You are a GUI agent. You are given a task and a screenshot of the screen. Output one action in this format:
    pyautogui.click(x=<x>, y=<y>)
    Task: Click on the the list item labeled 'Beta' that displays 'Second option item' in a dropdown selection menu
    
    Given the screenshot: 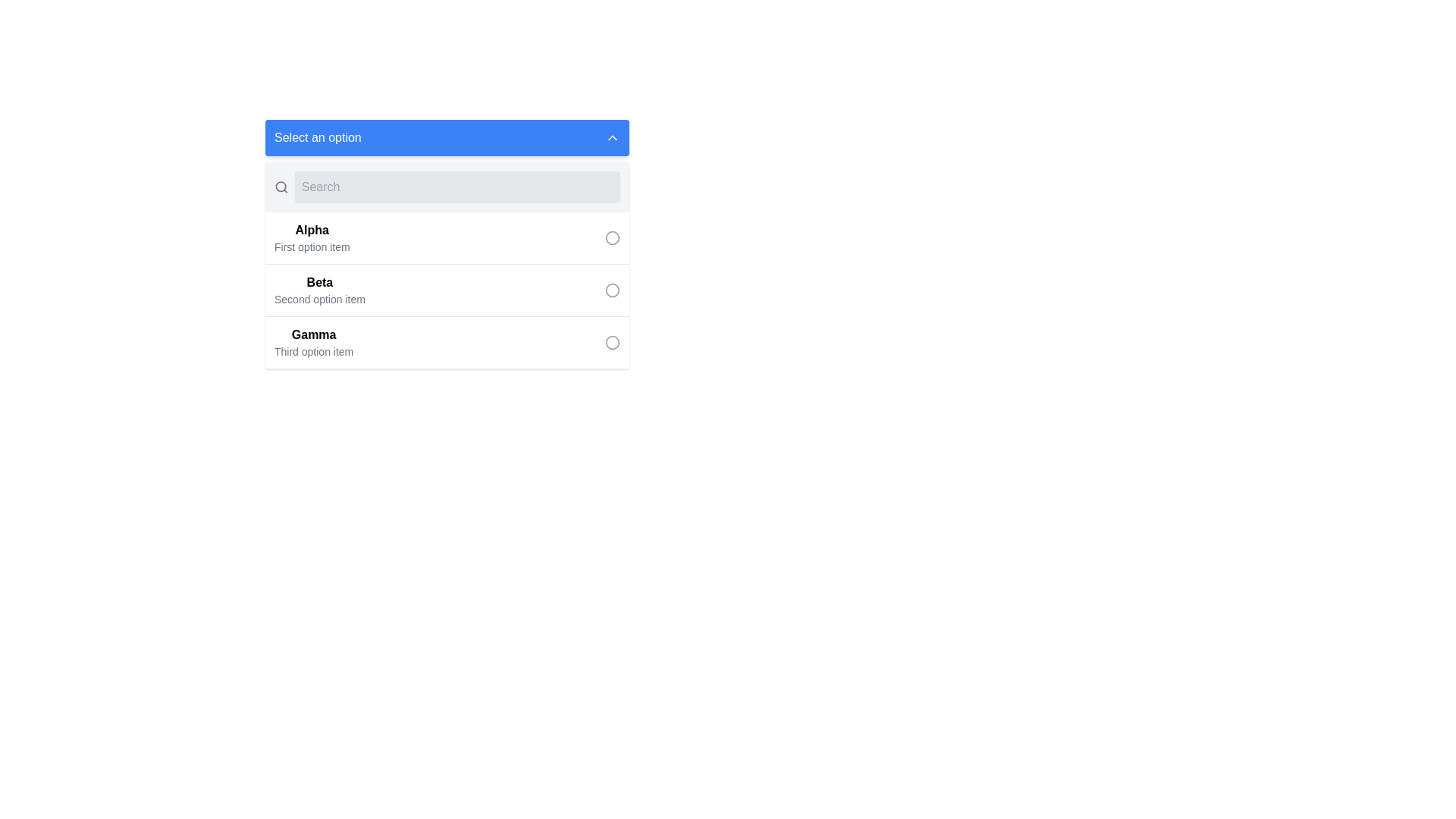 What is the action you would take?
    pyautogui.click(x=319, y=290)
    